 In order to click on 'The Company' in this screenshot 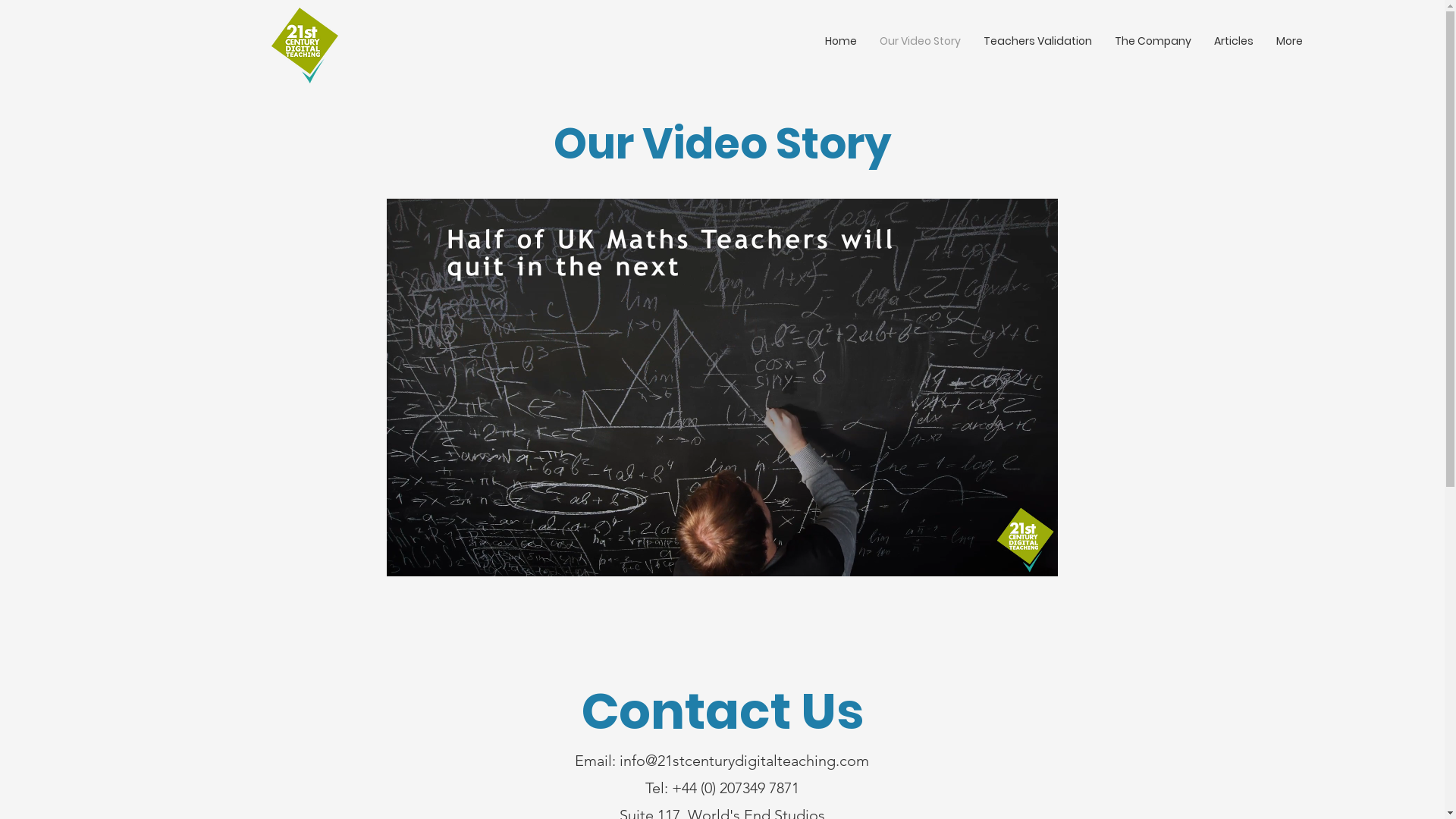, I will do `click(1153, 40)`.